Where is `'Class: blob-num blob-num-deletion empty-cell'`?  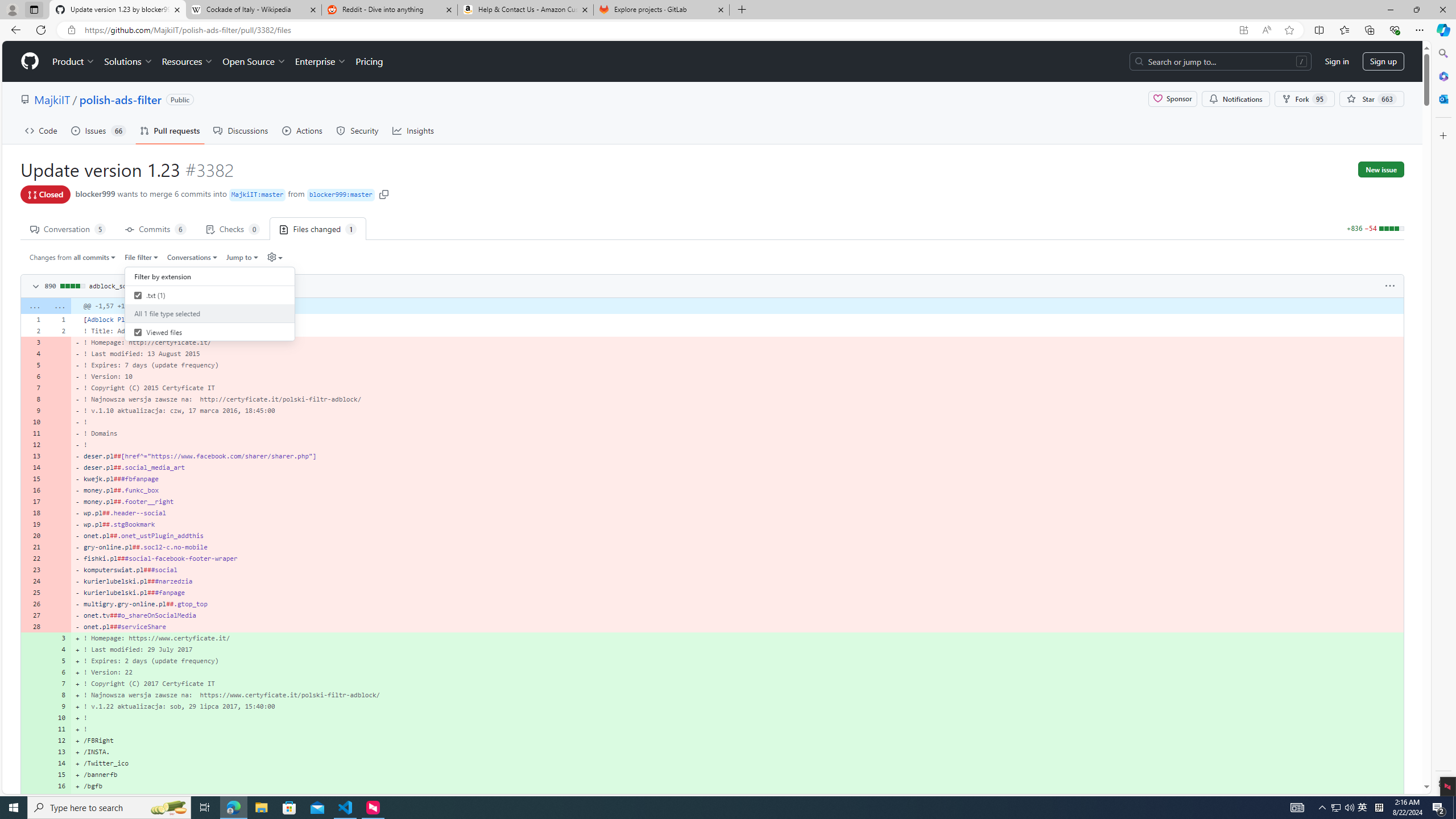
'Class: blob-num blob-num-deletion empty-cell' is located at coordinates (58, 626).